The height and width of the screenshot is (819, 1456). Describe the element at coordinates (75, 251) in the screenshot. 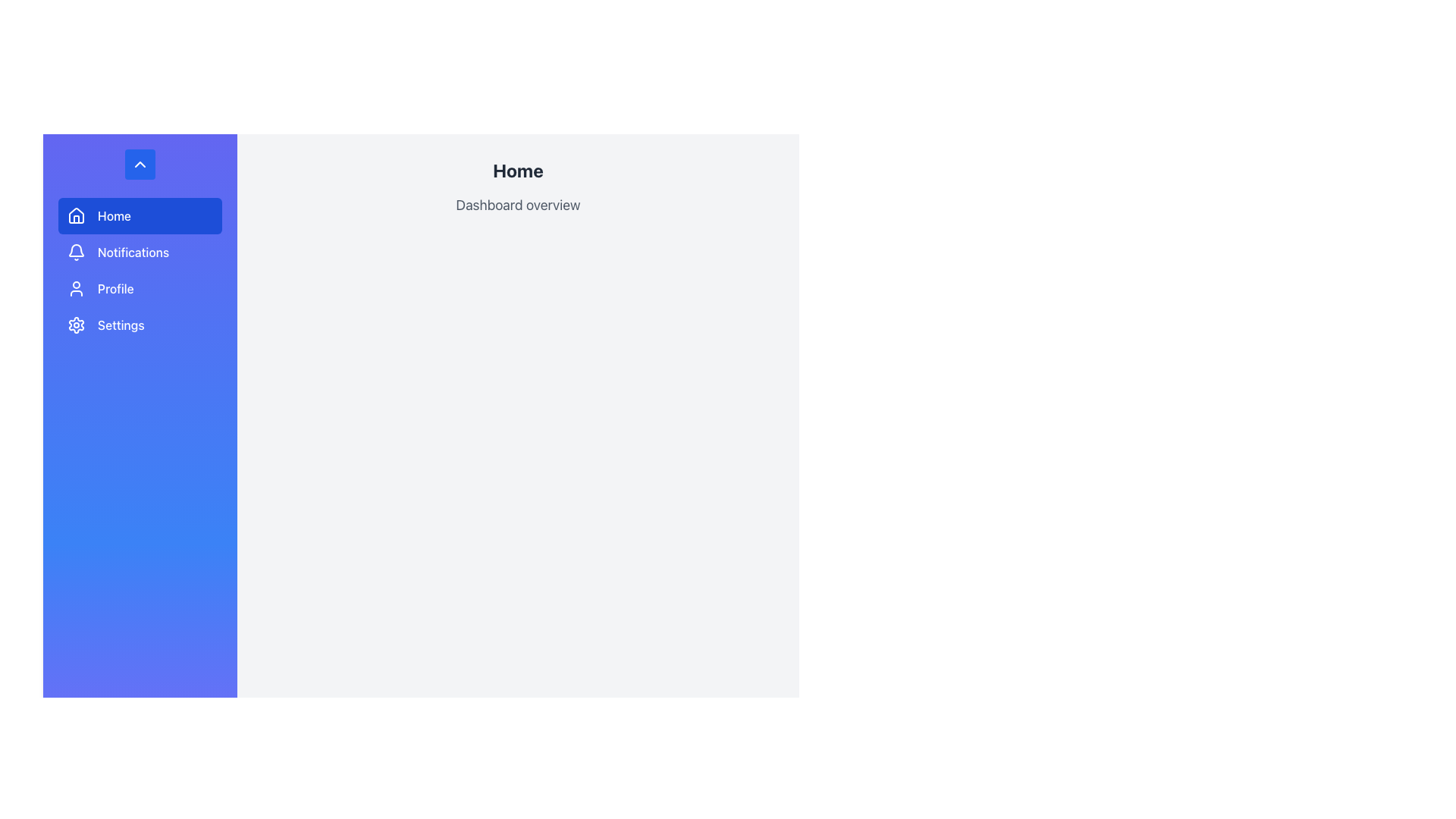

I see `the Notifications icon in the navigation menu, which is located to the left of the text 'Notifications'` at that location.